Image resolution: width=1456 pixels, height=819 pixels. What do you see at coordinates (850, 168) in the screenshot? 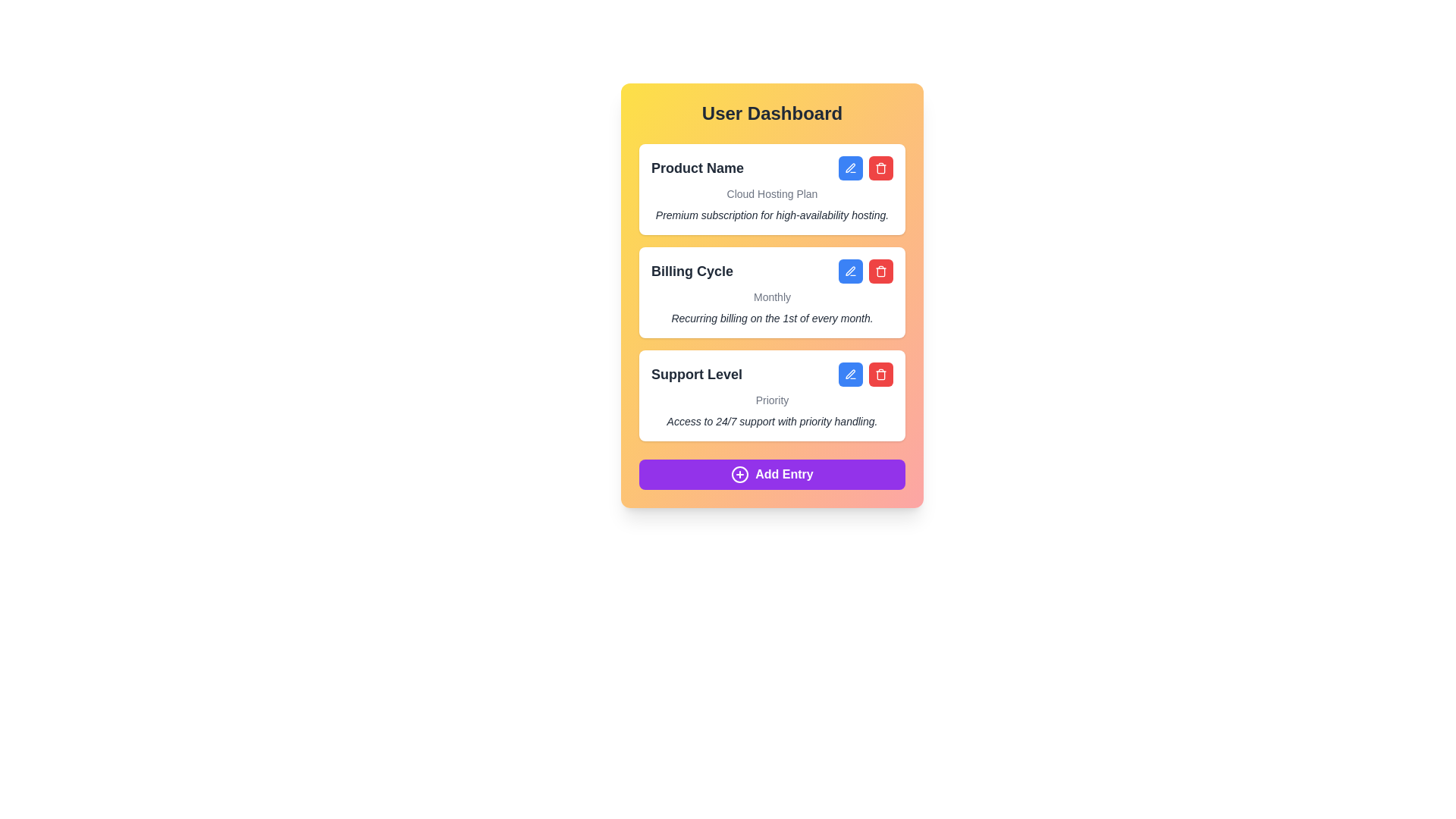
I see `the blue edit button located to the right of the 'Product Name' section header in the User Dashboard` at bounding box center [850, 168].